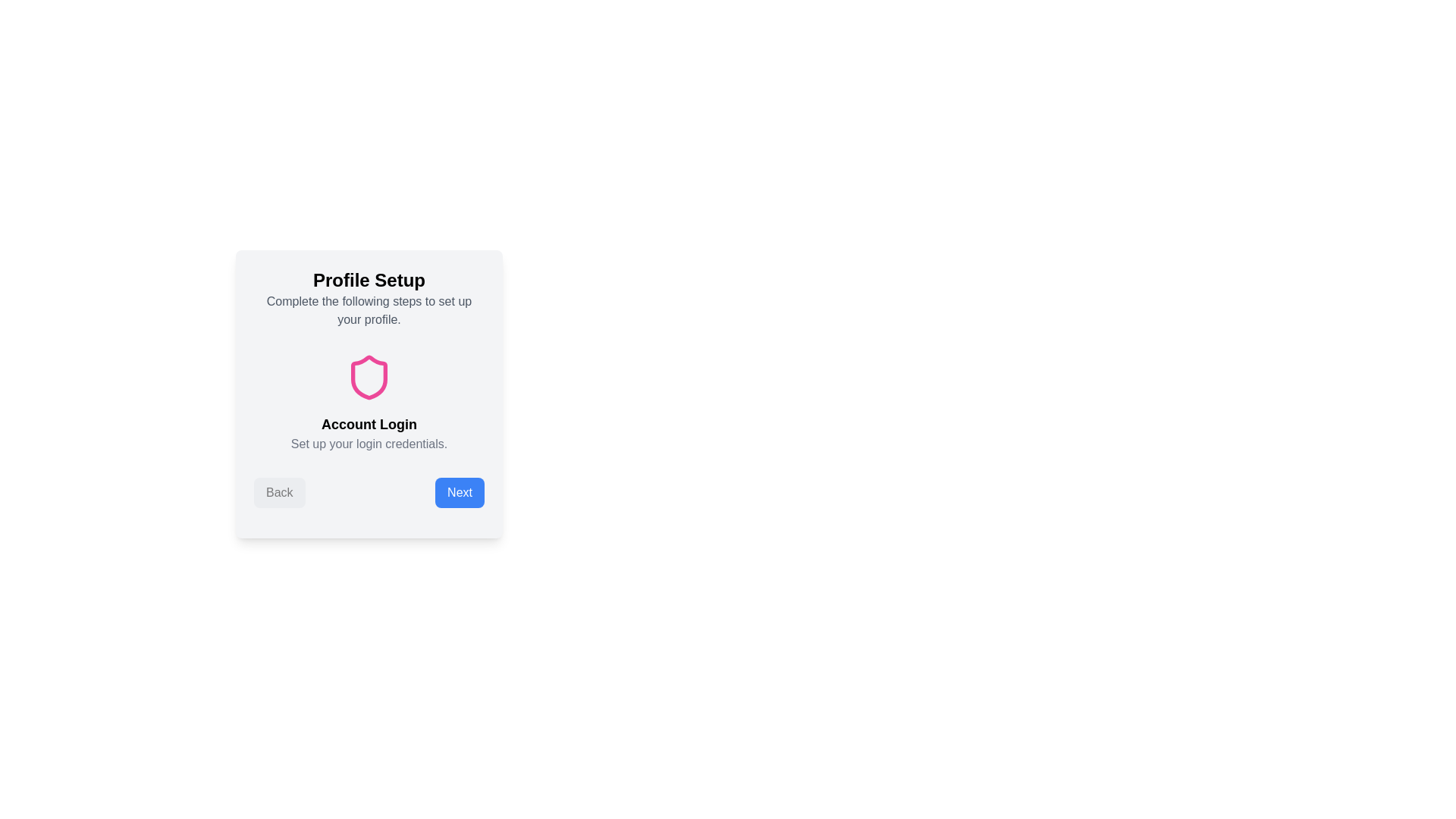 Image resolution: width=1456 pixels, height=819 pixels. Describe the element at coordinates (279, 493) in the screenshot. I see `'Back' button to navigate to the previous step` at that location.